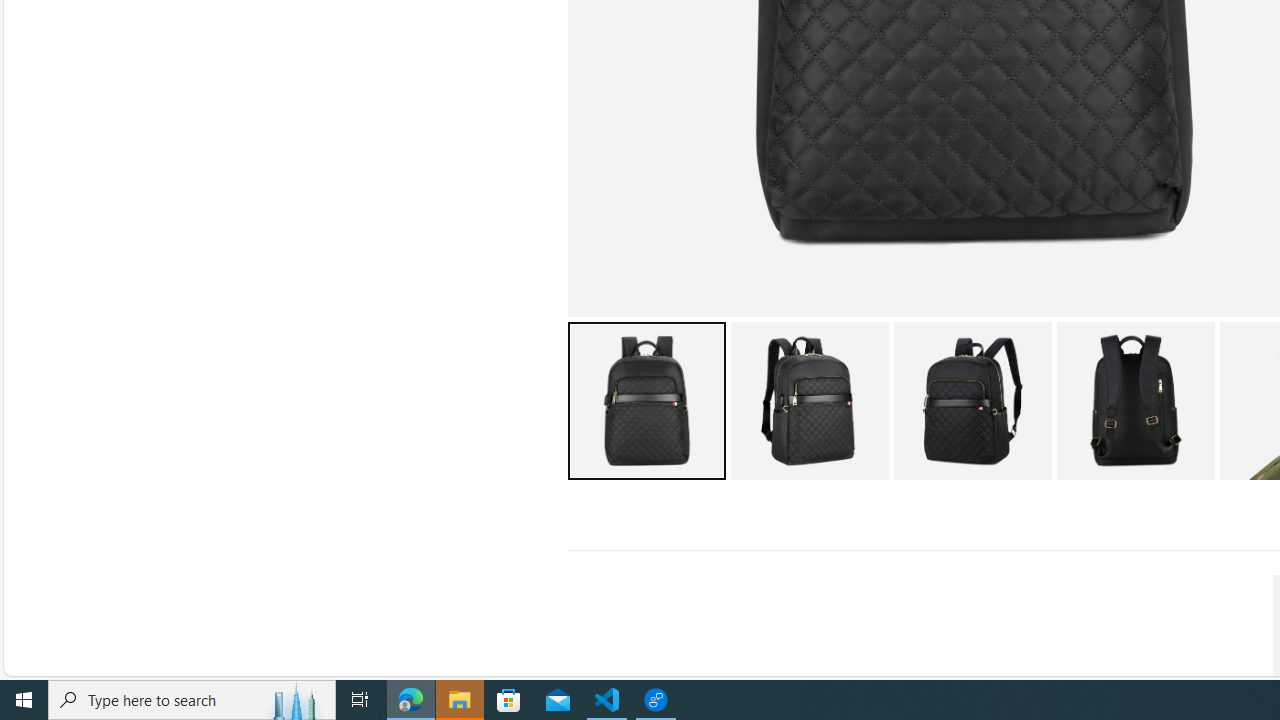 This screenshot has height=720, width=1280. I want to click on 'Task View', so click(359, 698).